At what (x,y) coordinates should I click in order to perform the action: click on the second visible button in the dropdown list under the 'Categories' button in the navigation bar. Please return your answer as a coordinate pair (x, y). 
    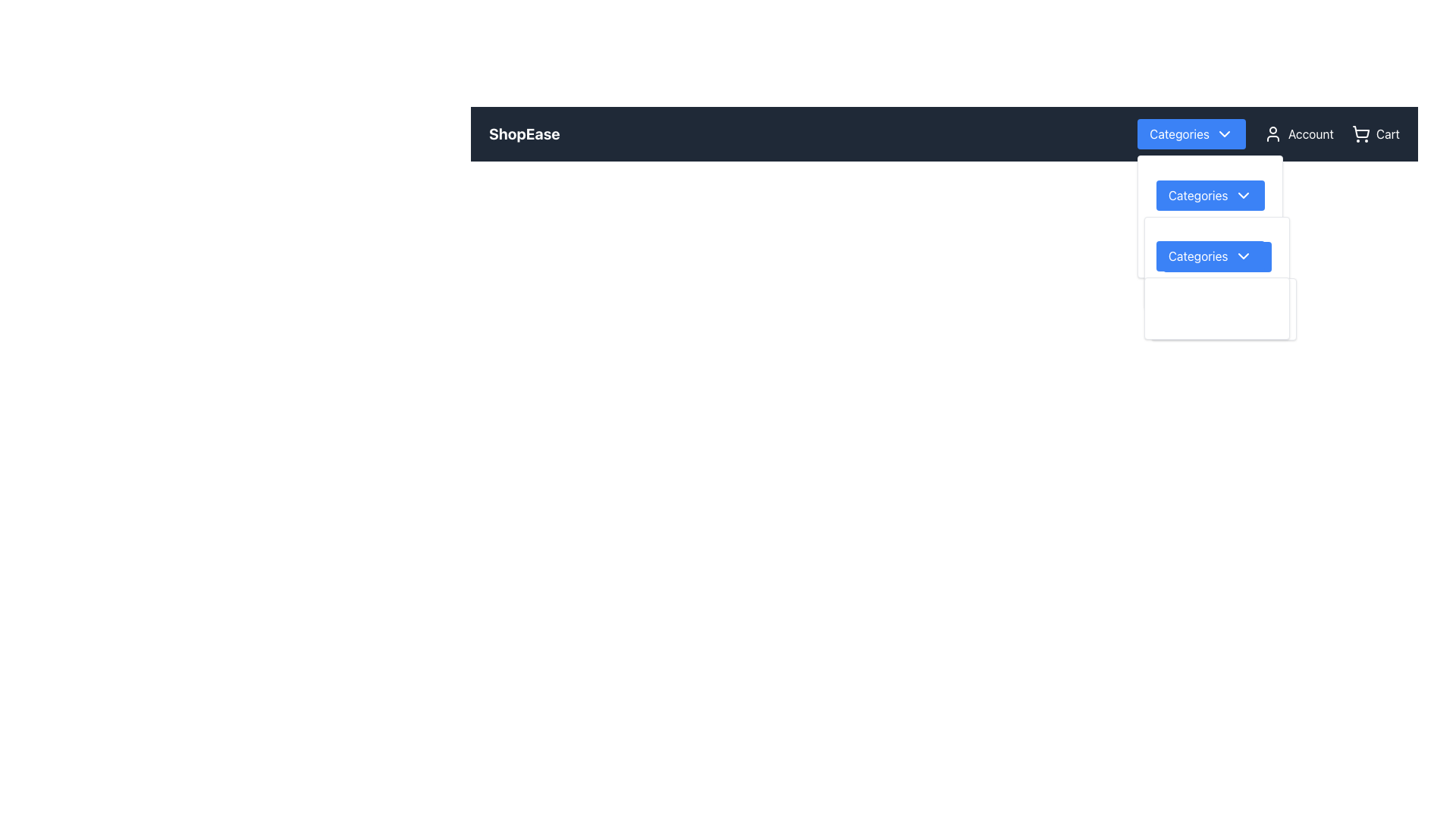
    Looking at the image, I should click on (1210, 195).